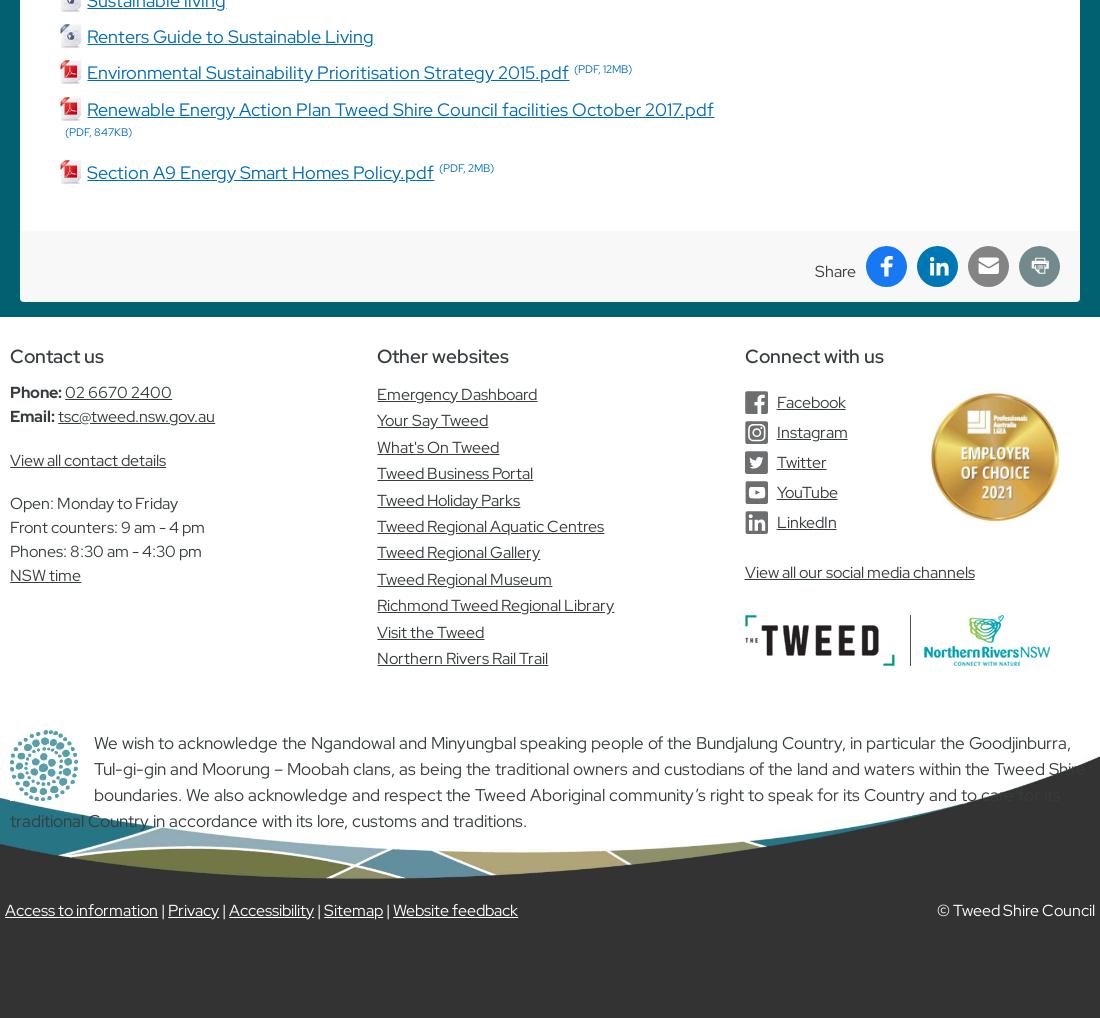 The width and height of the screenshot is (1100, 1018). Describe the element at coordinates (857, 572) in the screenshot. I see `'View all our social media channels'` at that location.